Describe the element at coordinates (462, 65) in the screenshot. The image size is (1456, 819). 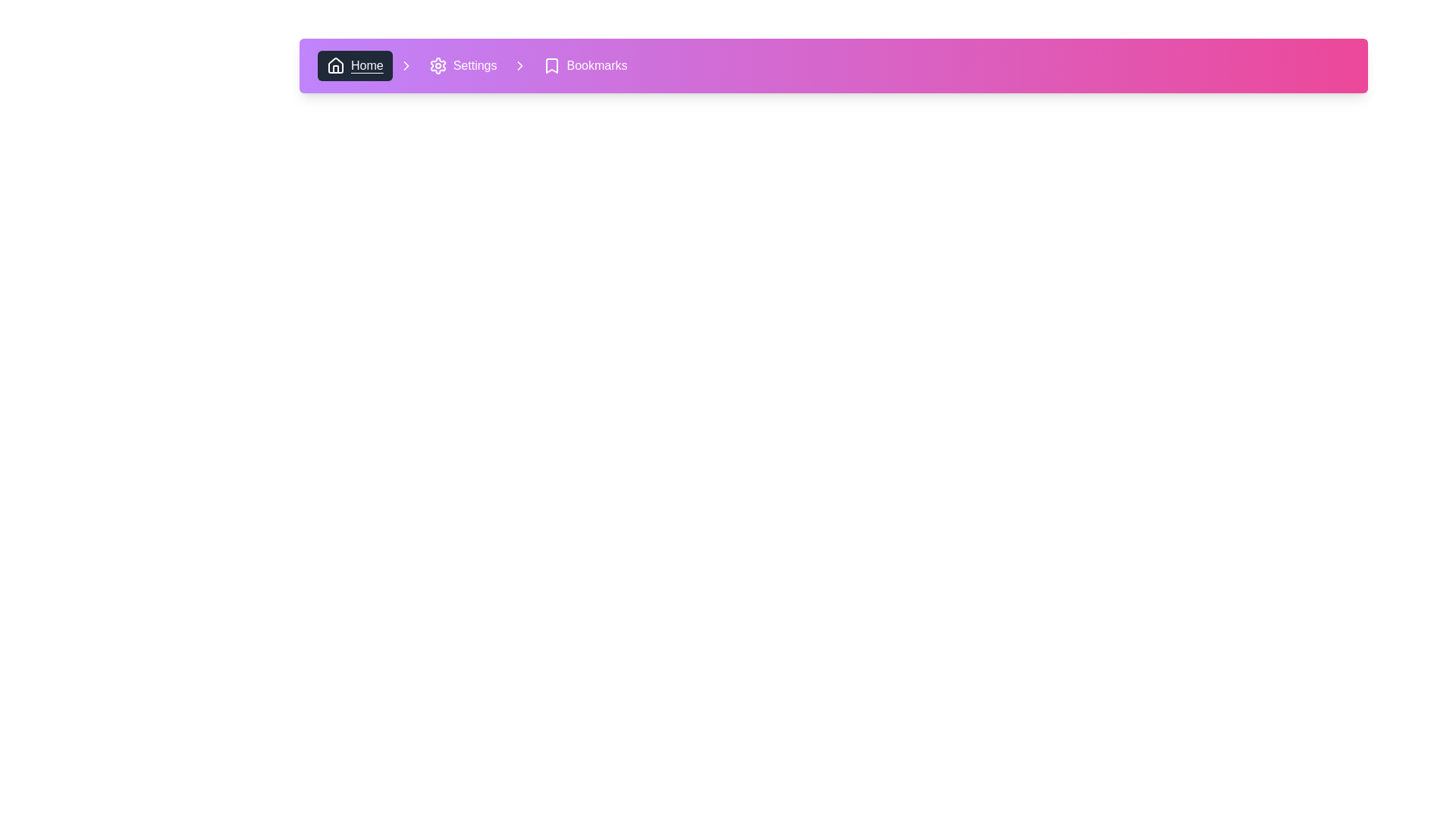
I see `the 'Settings' button located in the navigation bar, which is the second option to the right of the 'Home' button` at that location.